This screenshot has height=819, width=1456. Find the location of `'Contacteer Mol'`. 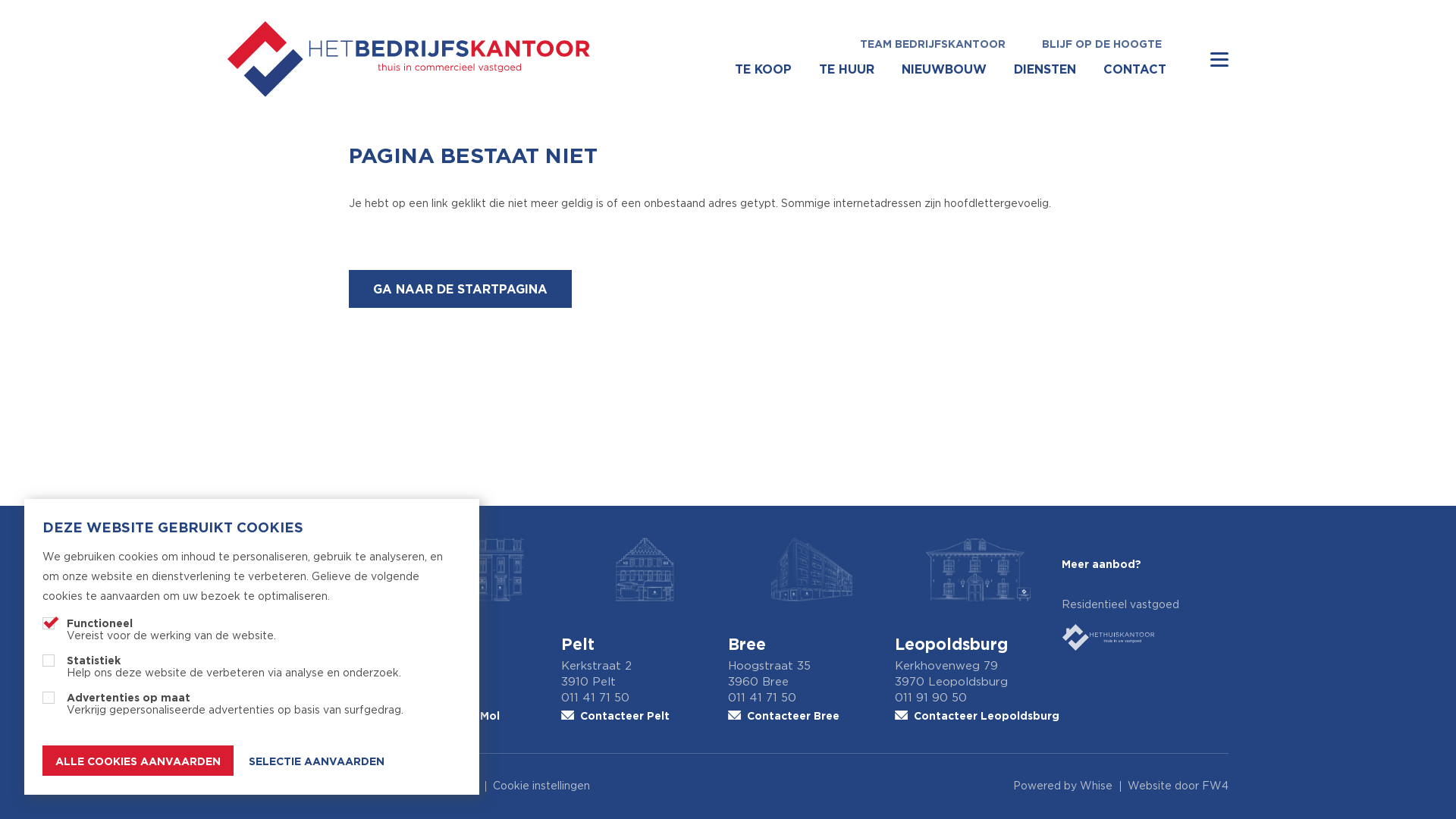

'Contacteer Mol' is located at coordinates (476, 716).